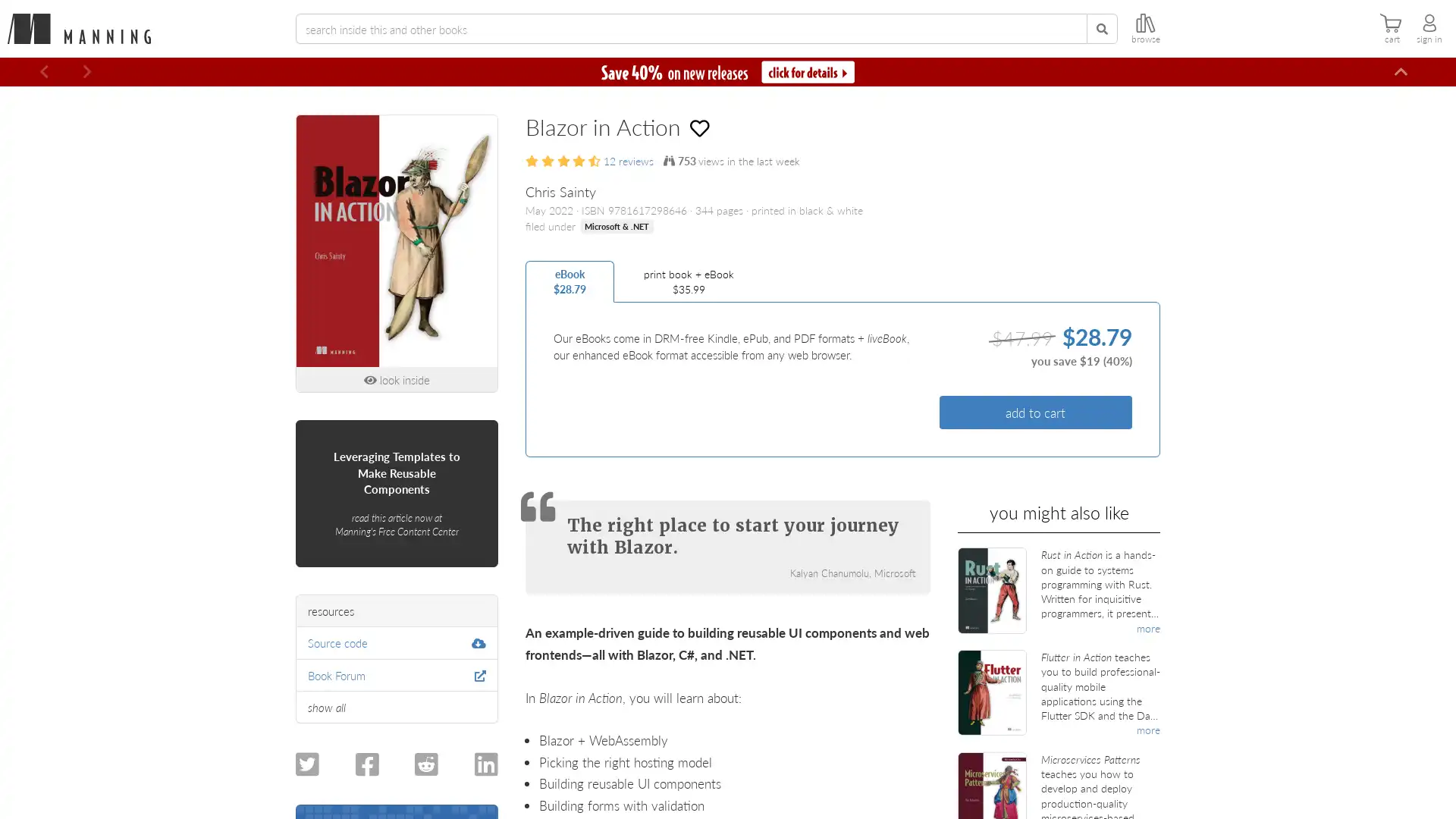  I want to click on add to cart, so click(1034, 412).